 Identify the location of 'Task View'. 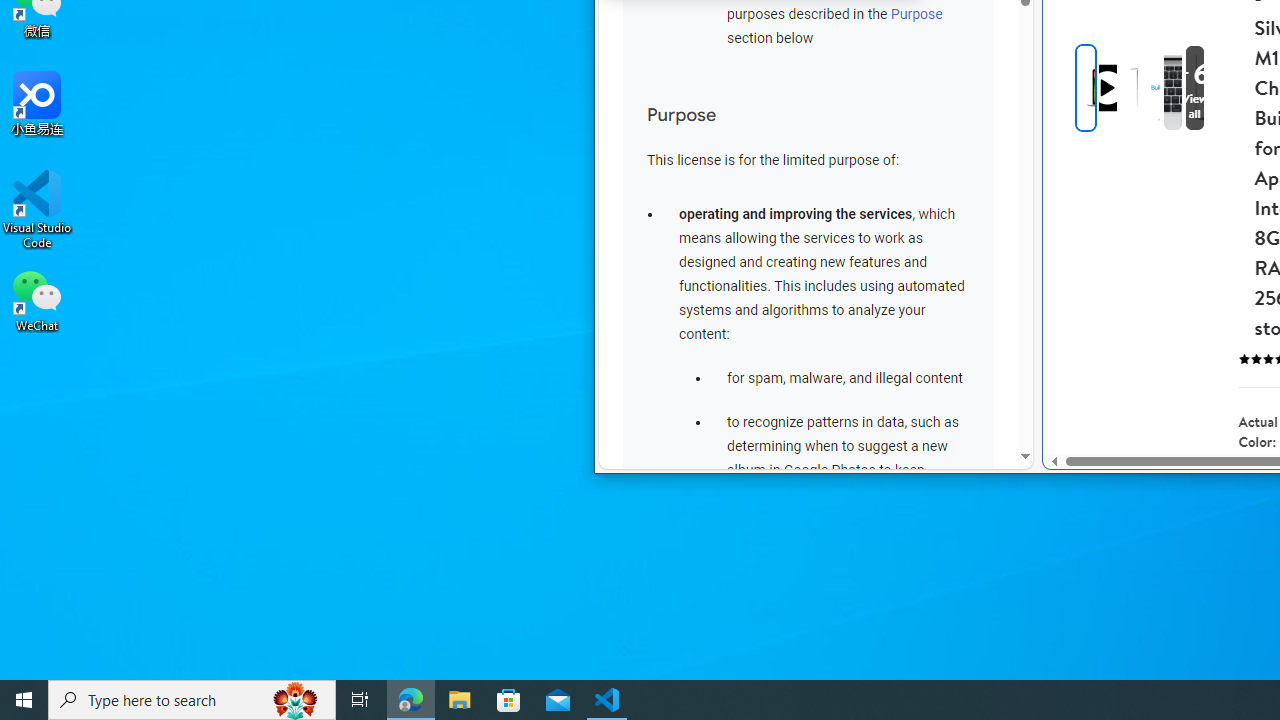
(359, 698).